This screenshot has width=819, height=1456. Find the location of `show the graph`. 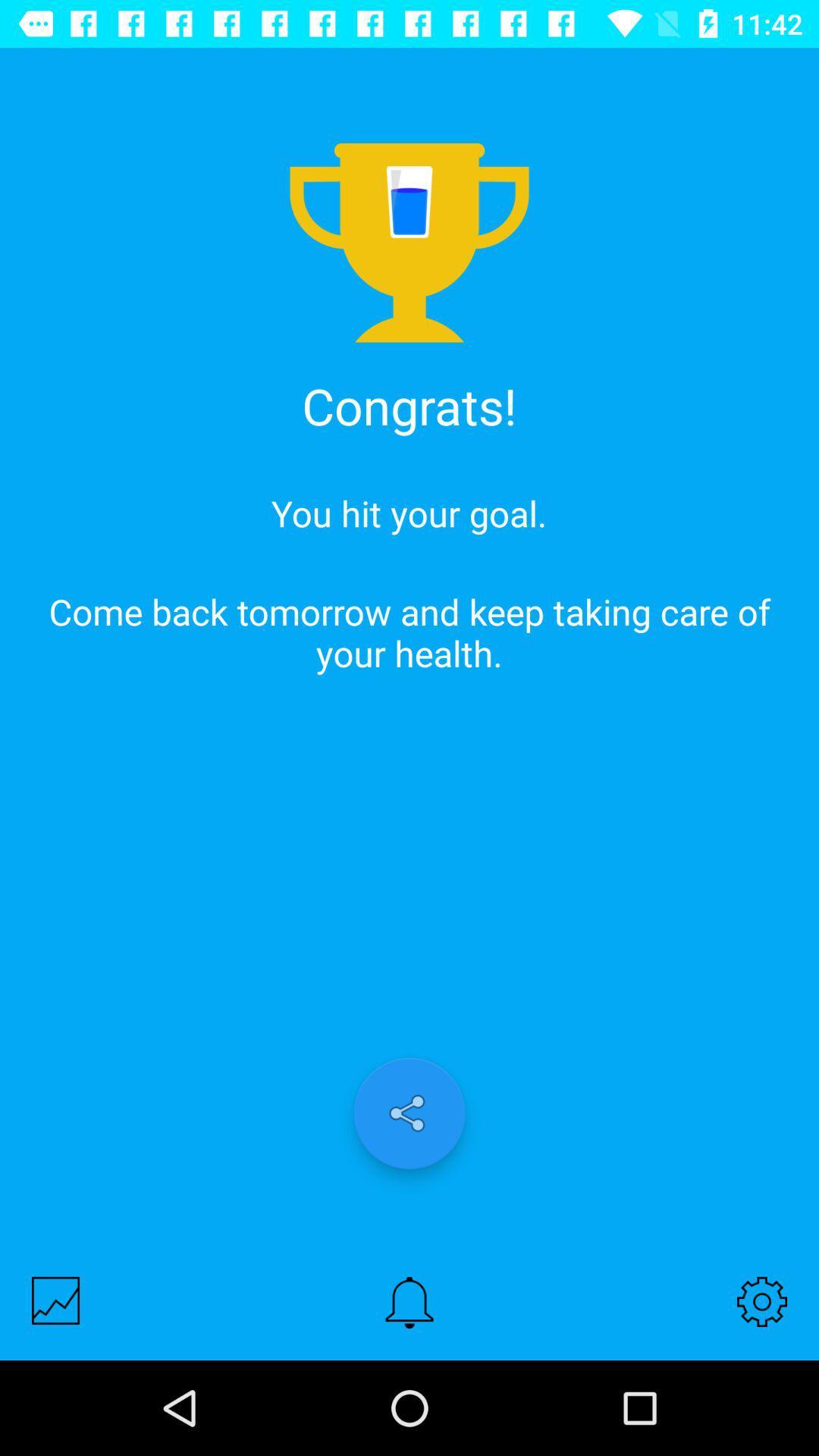

show the graph is located at coordinates (55, 1300).